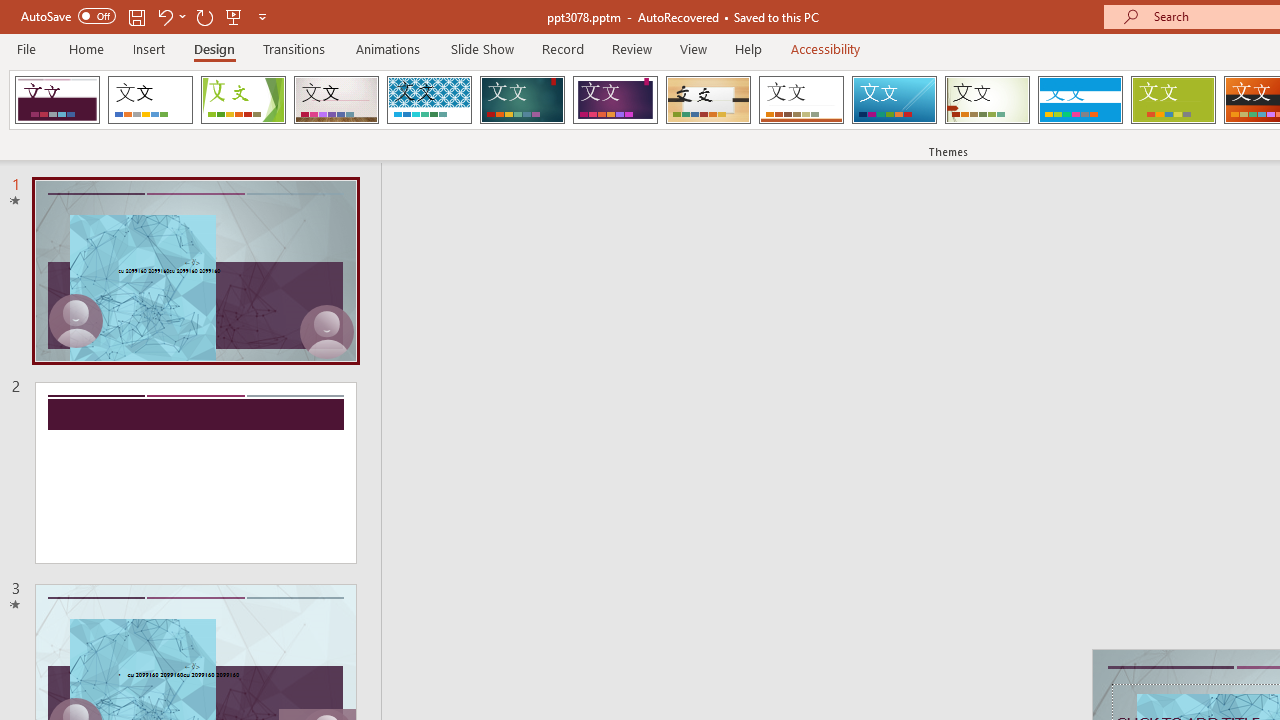 The width and height of the screenshot is (1280, 720). Describe the element at coordinates (204, 16) in the screenshot. I see `'Redo'` at that location.